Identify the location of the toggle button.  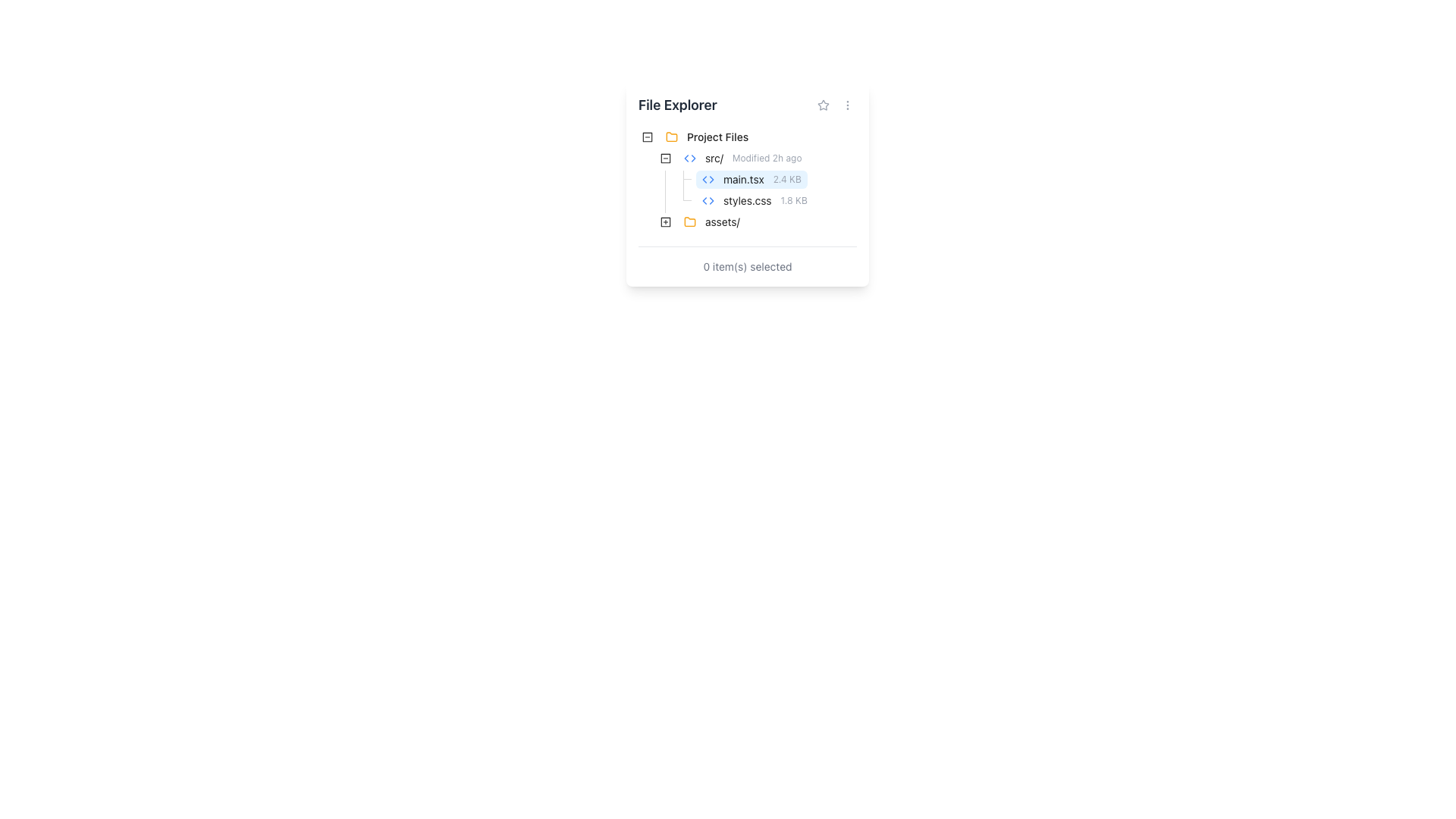
(666, 158).